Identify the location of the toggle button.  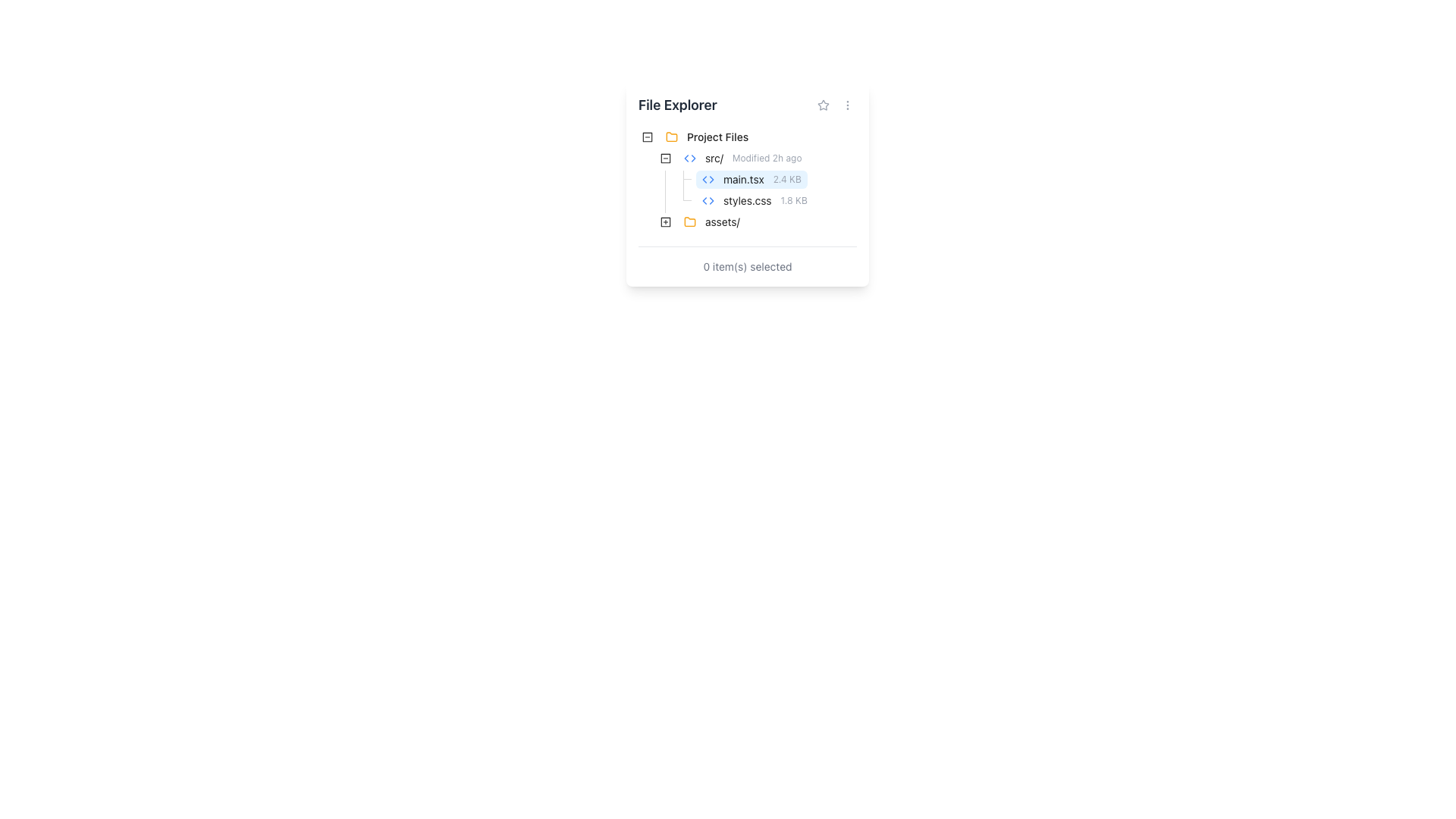
(666, 158).